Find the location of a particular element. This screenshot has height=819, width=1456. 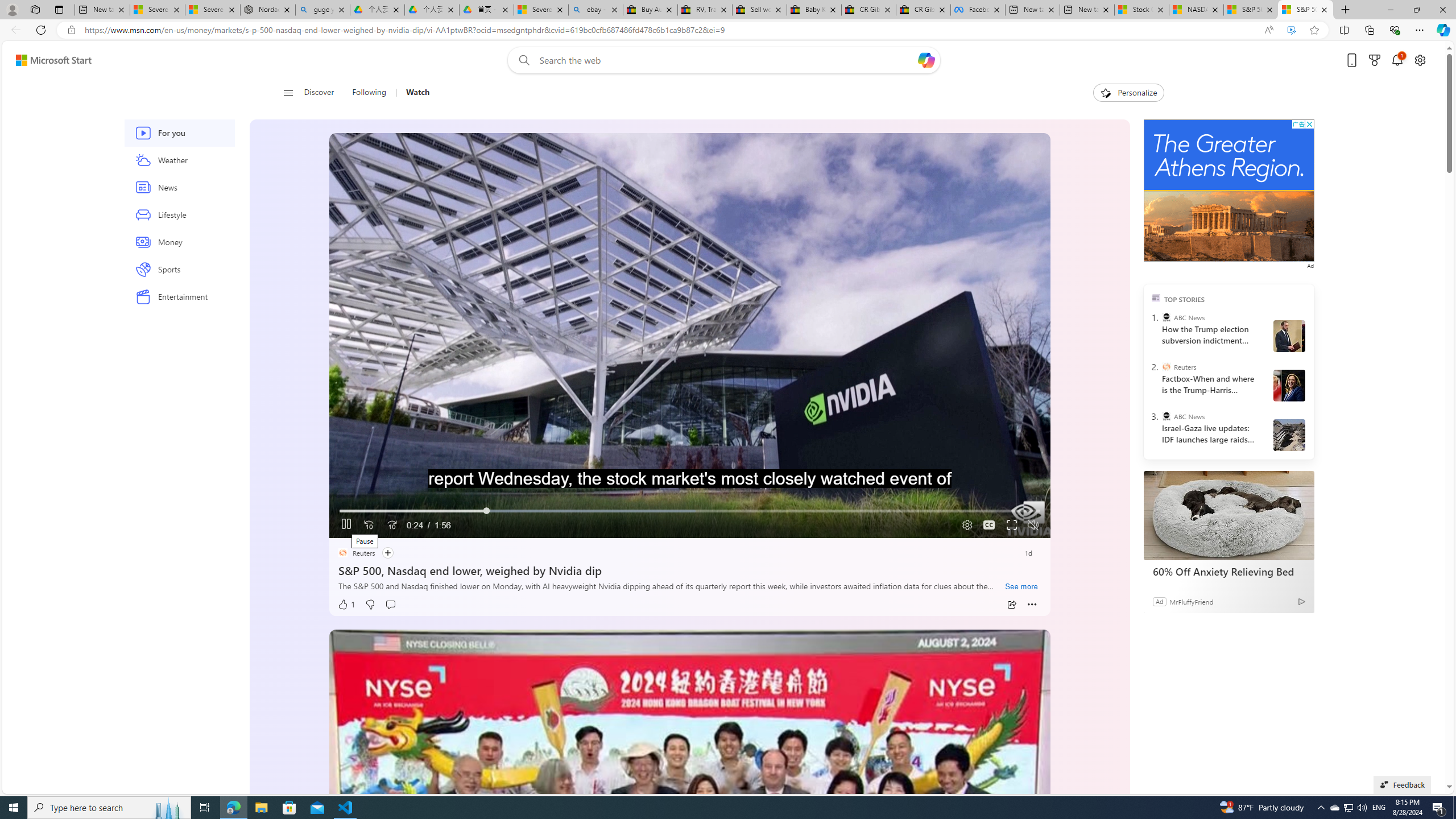

'ABC News' is located at coordinates (1166, 416).